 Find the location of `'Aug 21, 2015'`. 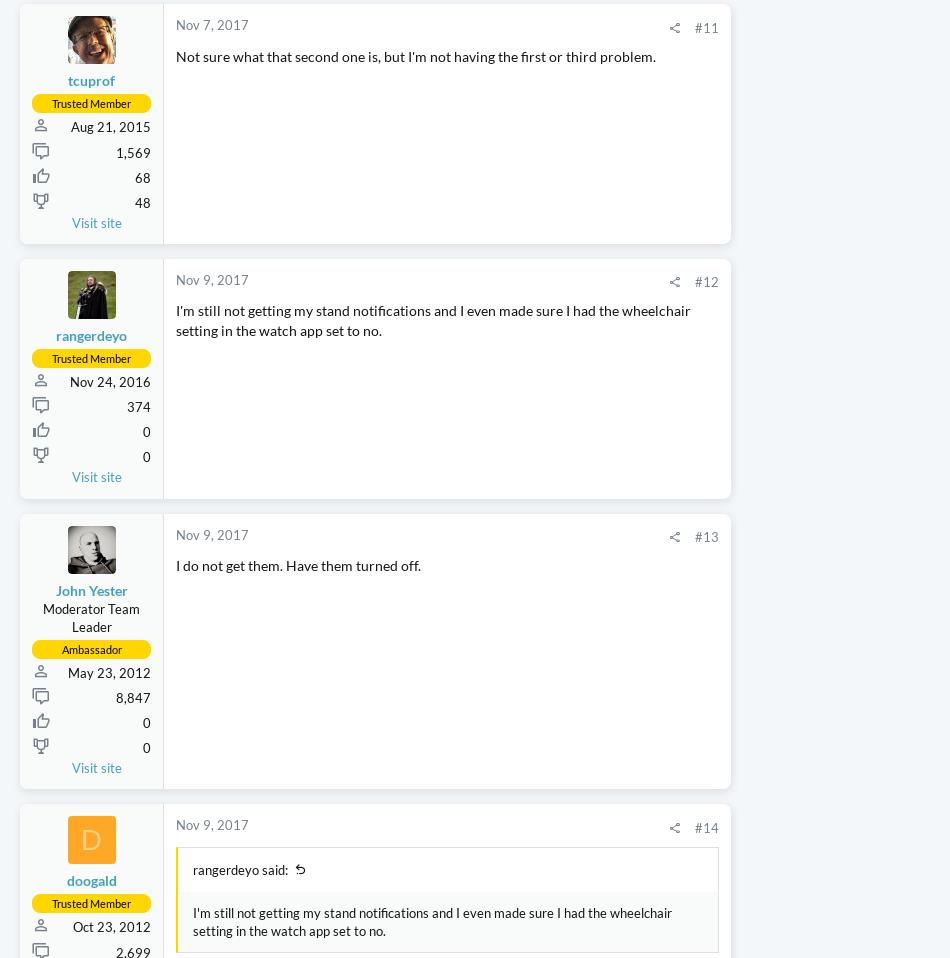

'Aug 21, 2015' is located at coordinates (110, 243).